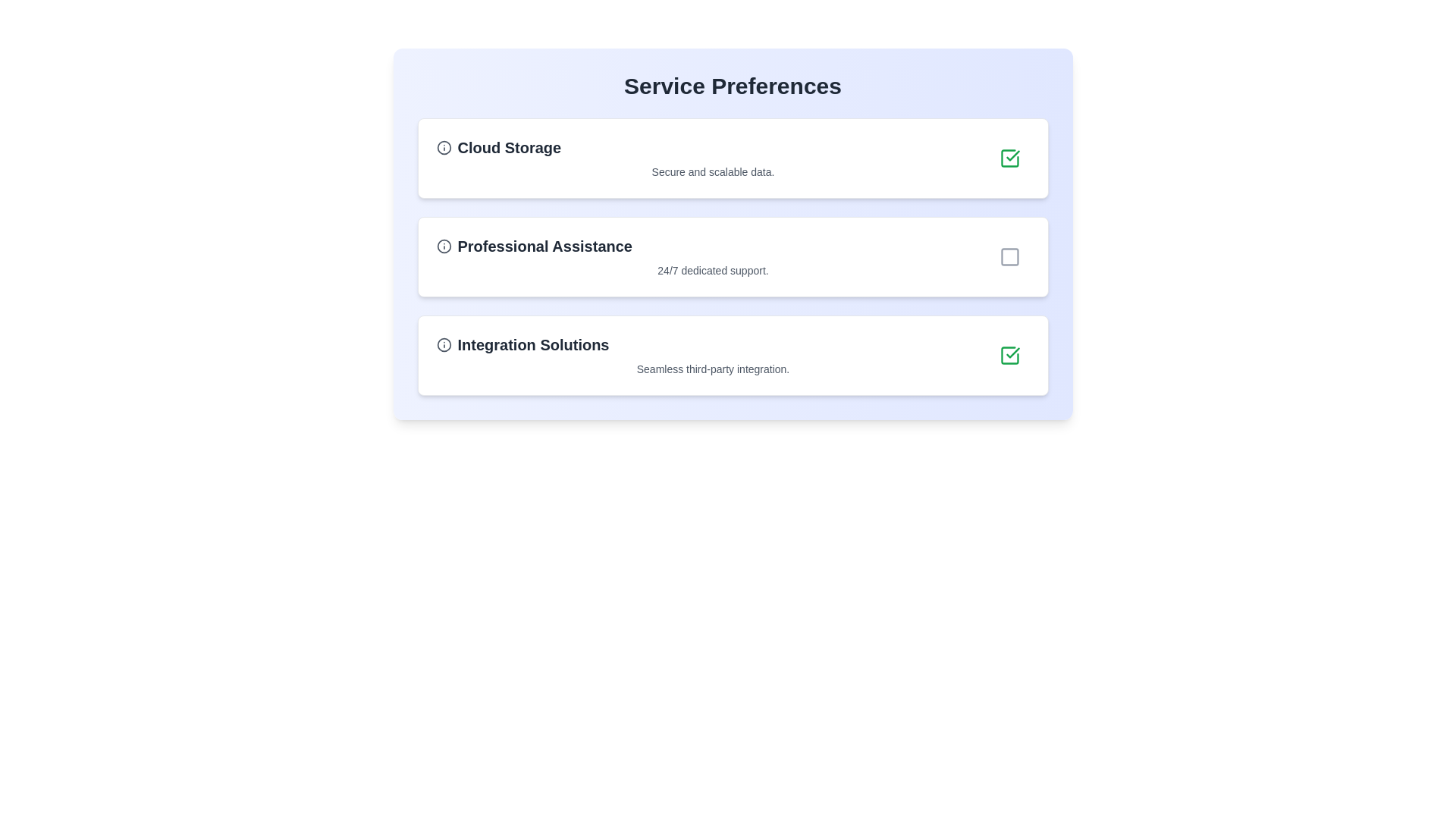 The image size is (1456, 819). What do you see at coordinates (712, 158) in the screenshot?
I see `the 'Cloud Storage' service selection card located in the 'Service Preferences' section, which is the first card from the top and features a green checkmark indicating its selected status` at bounding box center [712, 158].